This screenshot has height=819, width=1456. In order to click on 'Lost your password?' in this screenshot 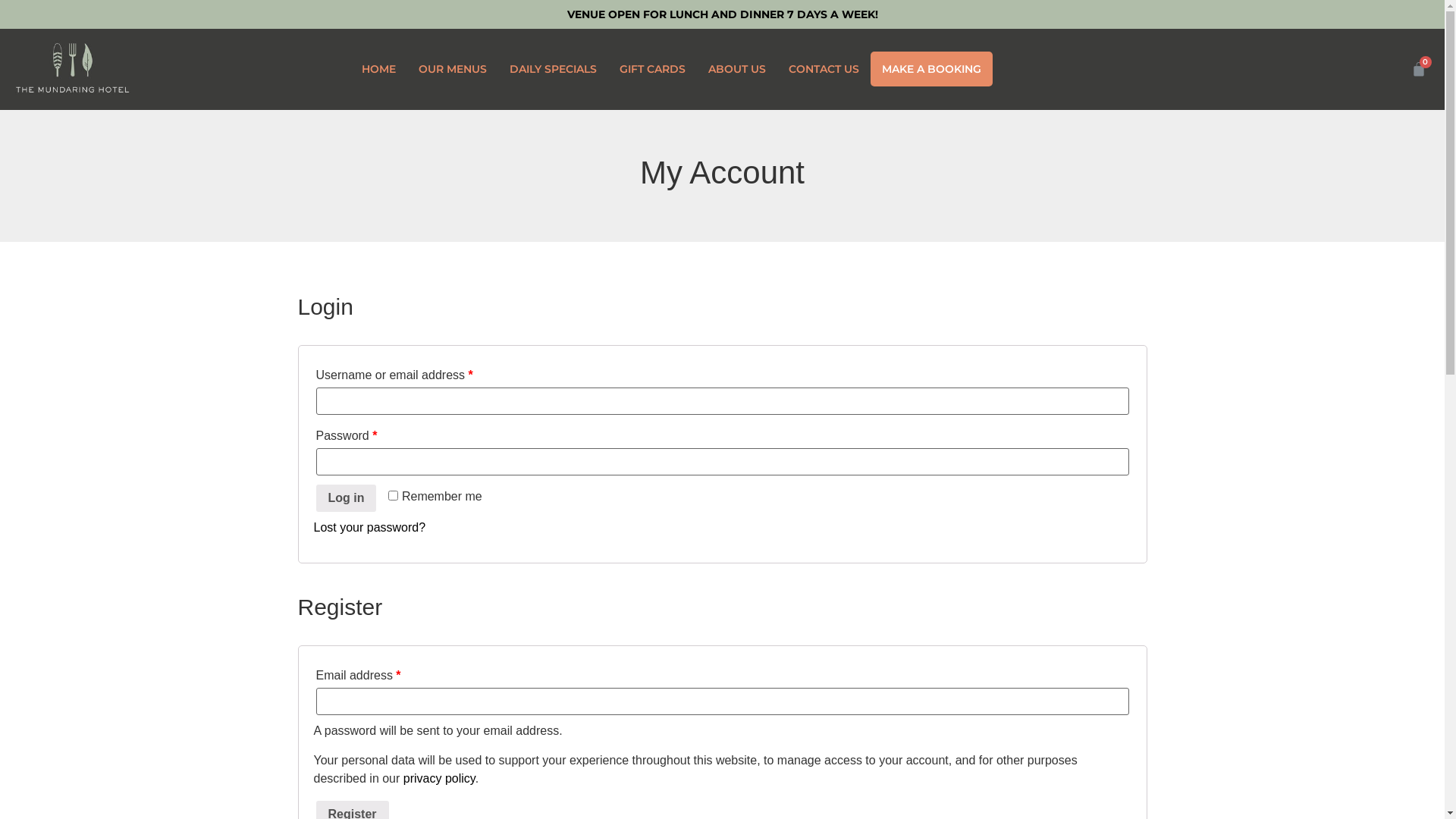, I will do `click(370, 526)`.